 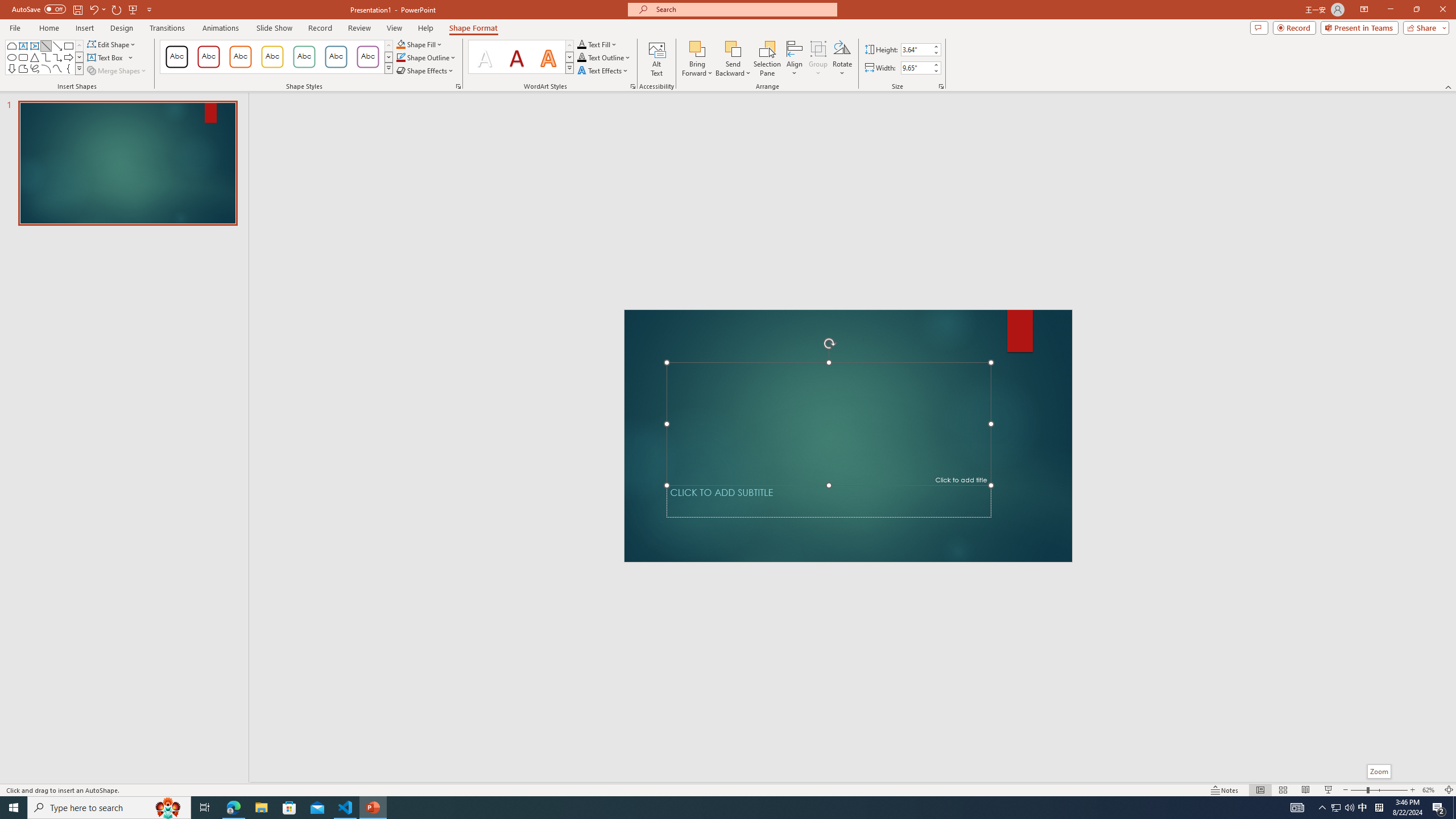 What do you see at coordinates (427, 56) in the screenshot?
I see `'Shape Outline'` at bounding box center [427, 56].